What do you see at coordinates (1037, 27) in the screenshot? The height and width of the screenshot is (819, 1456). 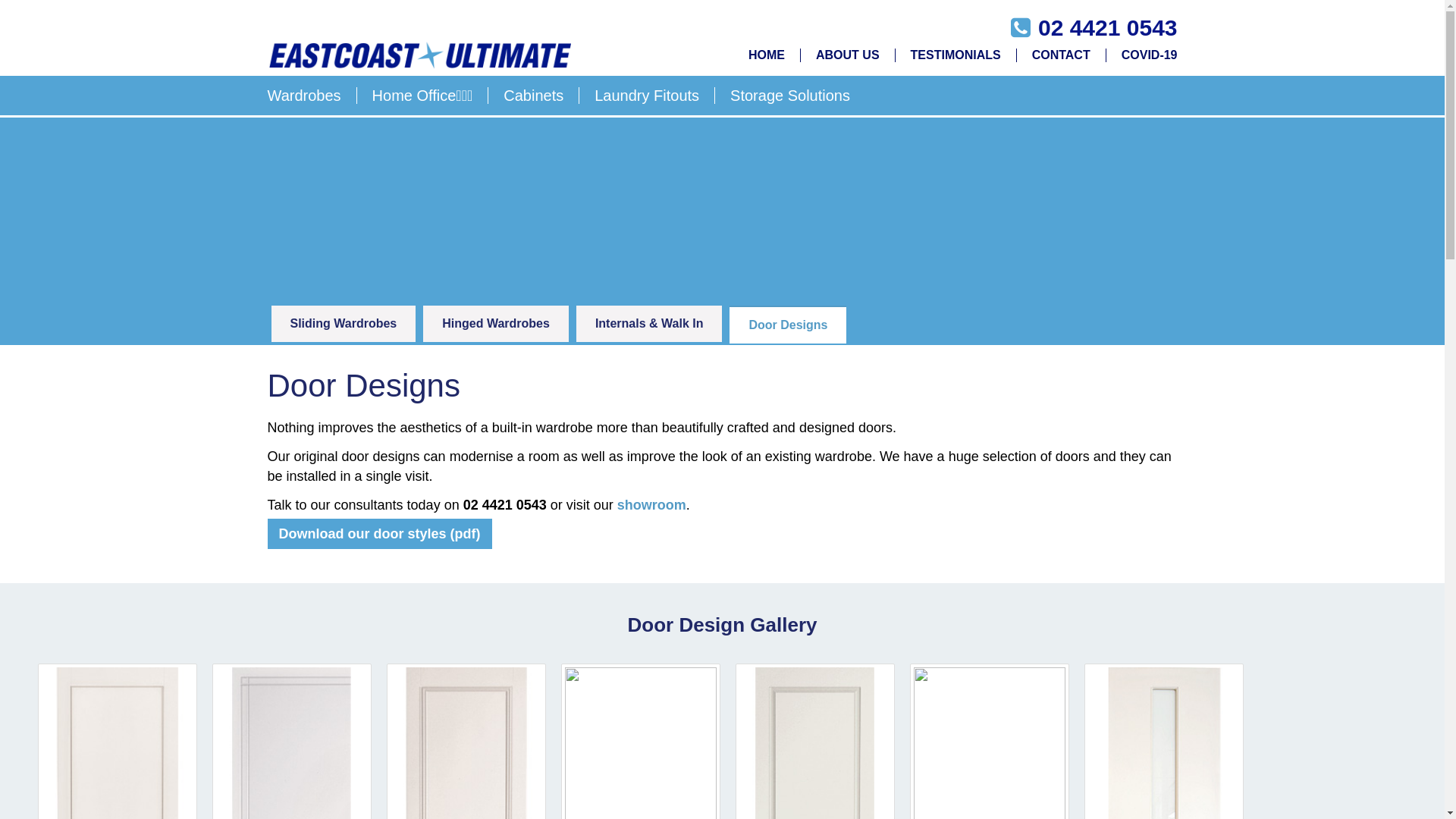 I see `'02 4421 0543'` at bounding box center [1037, 27].